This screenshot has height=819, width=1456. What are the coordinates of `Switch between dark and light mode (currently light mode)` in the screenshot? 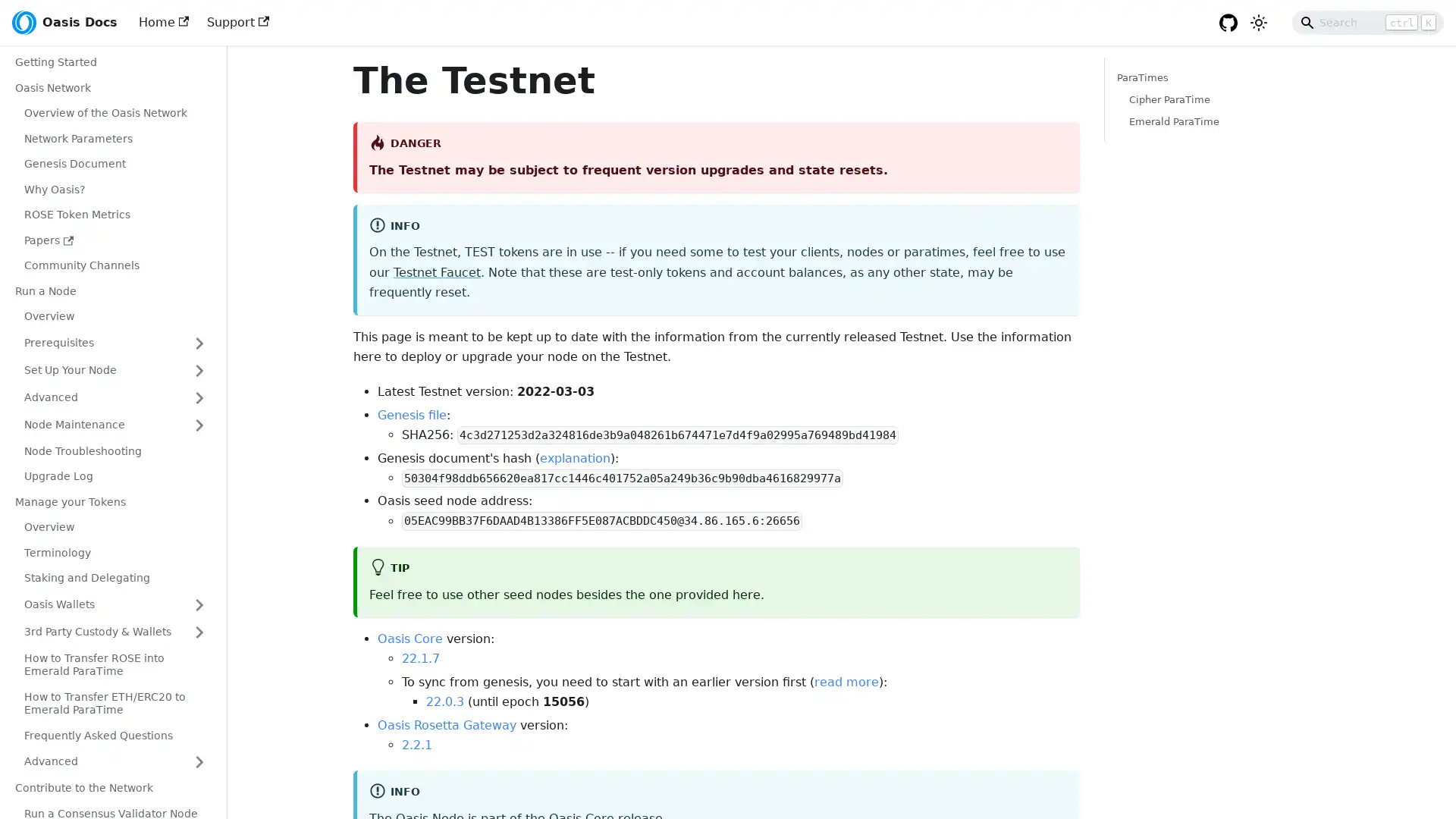 It's located at (1259, 23).